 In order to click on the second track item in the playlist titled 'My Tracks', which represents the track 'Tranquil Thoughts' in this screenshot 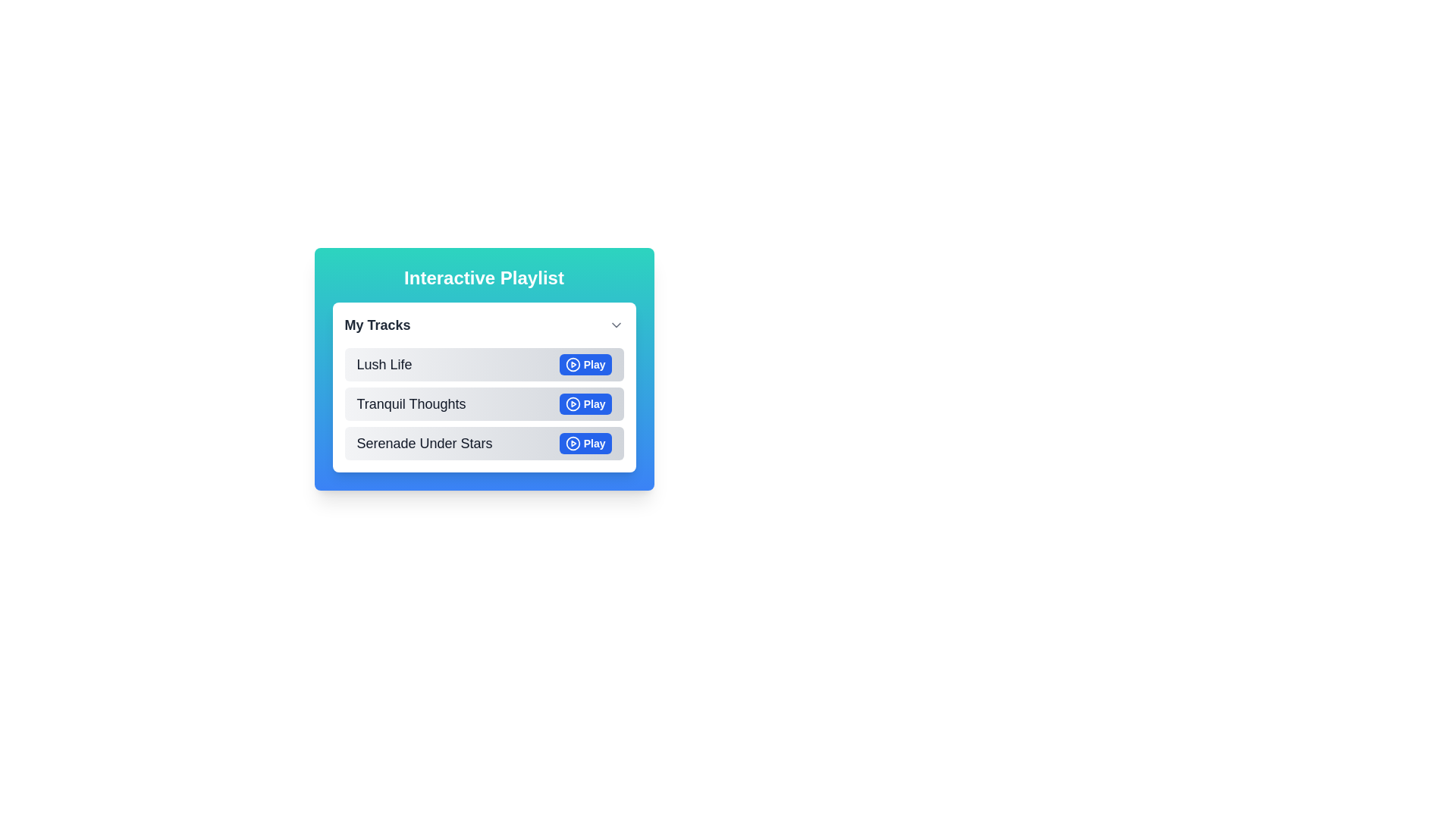, I will do `click(483, 403)`.